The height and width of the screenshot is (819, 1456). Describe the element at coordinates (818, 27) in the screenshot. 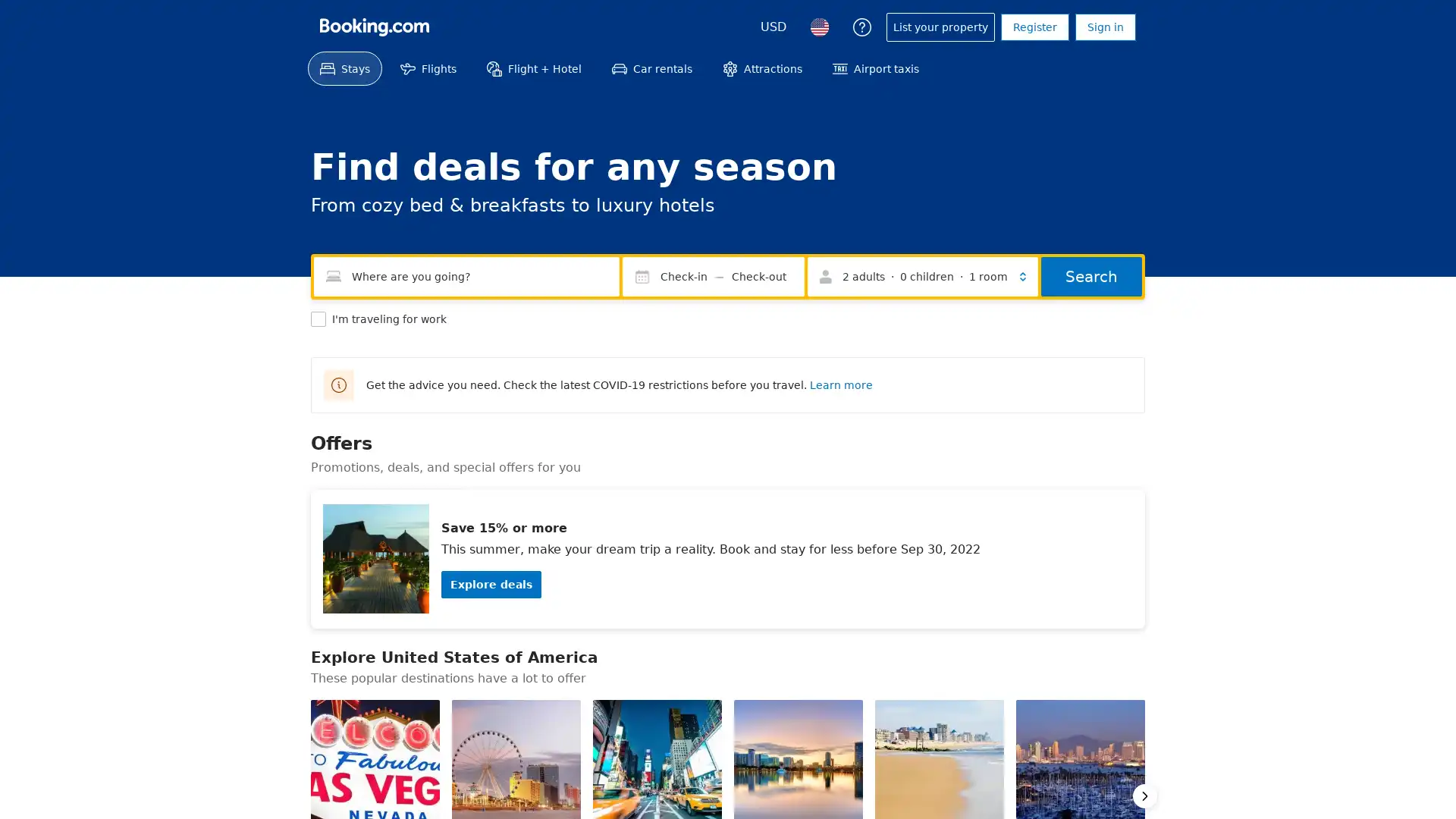

I see `Choose your language. Your current language is English (US)` at that location.